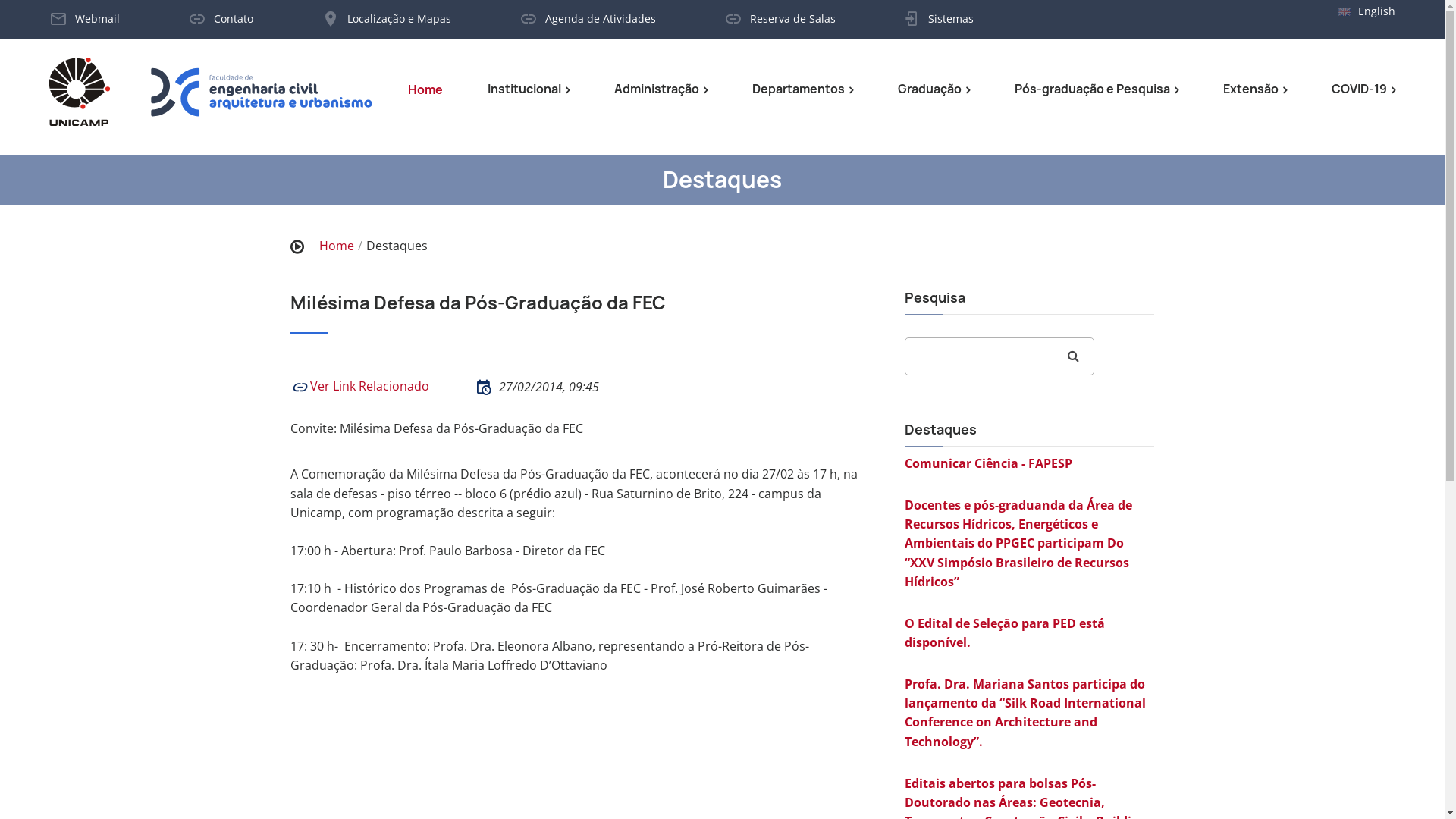 The image size is (1456, 819). What do you see at coordinates (488, 89) in the screenshot?
I see `'Institucional'` at bounding box center [488, 89].